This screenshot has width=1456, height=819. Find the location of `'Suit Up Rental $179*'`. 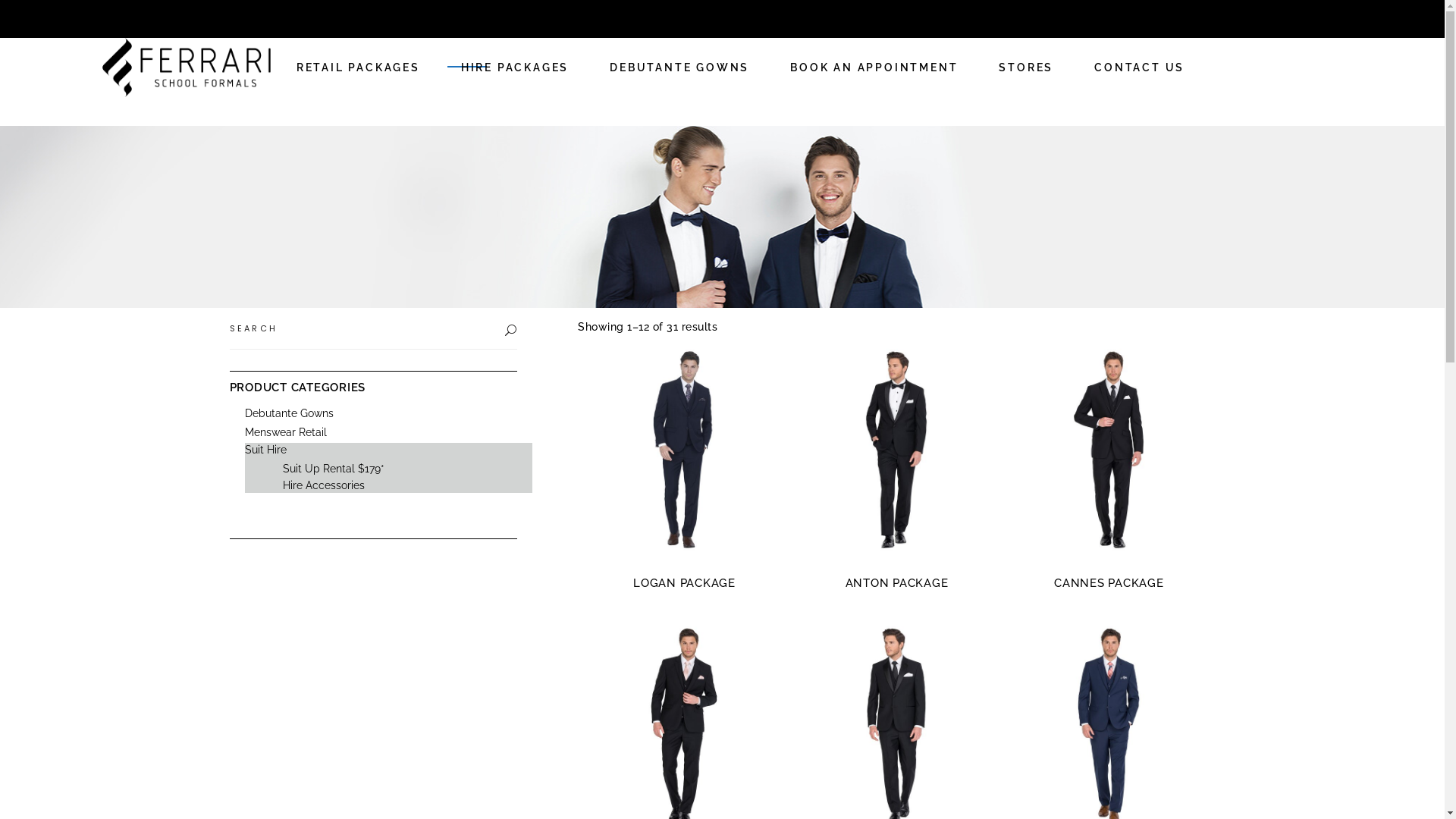

'Suit Up Rental $179*' is located at coordinates (282, 467).